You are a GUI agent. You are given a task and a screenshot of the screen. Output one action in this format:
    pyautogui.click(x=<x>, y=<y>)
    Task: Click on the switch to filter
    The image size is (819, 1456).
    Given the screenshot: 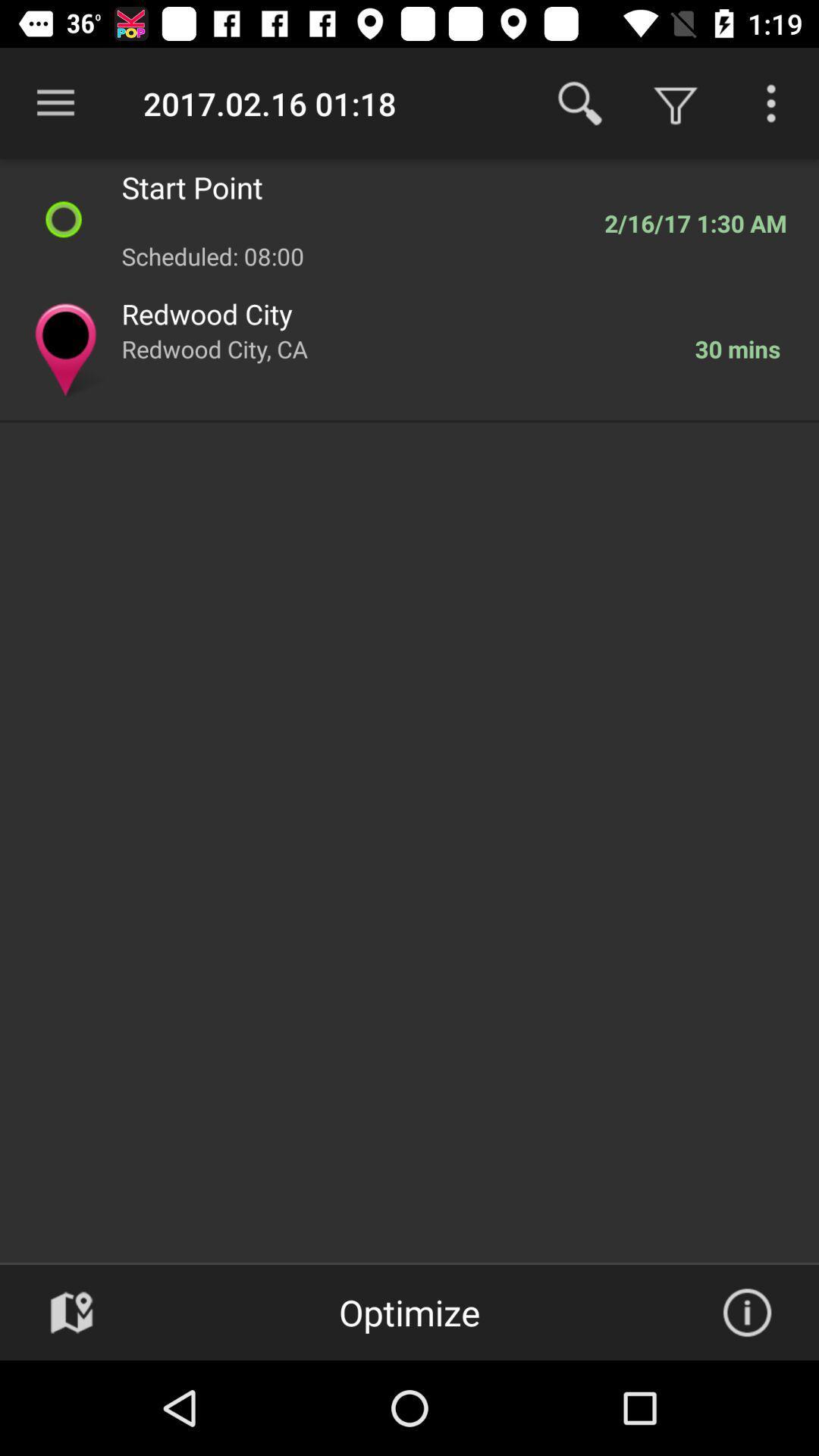 What is the action you would take?
    pyautogui.click(x=771, y=102)
    